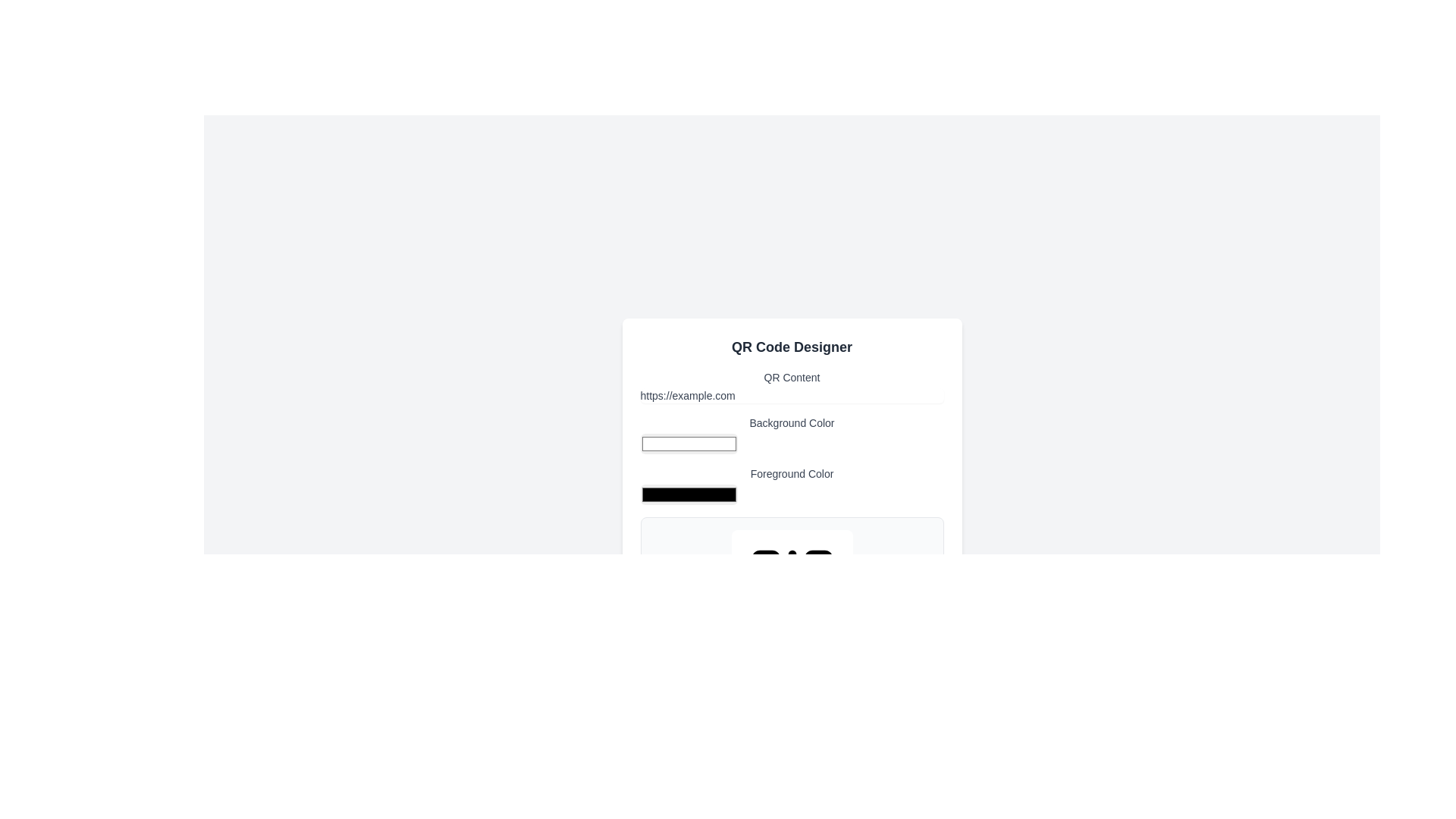 This screenshot has width=1456, height=819. Describe the element at coordinates (817, 564) in the screenshot. I see `the second square in the first row of the QR code representation, which is part of a group of small graphical squares` at that location.